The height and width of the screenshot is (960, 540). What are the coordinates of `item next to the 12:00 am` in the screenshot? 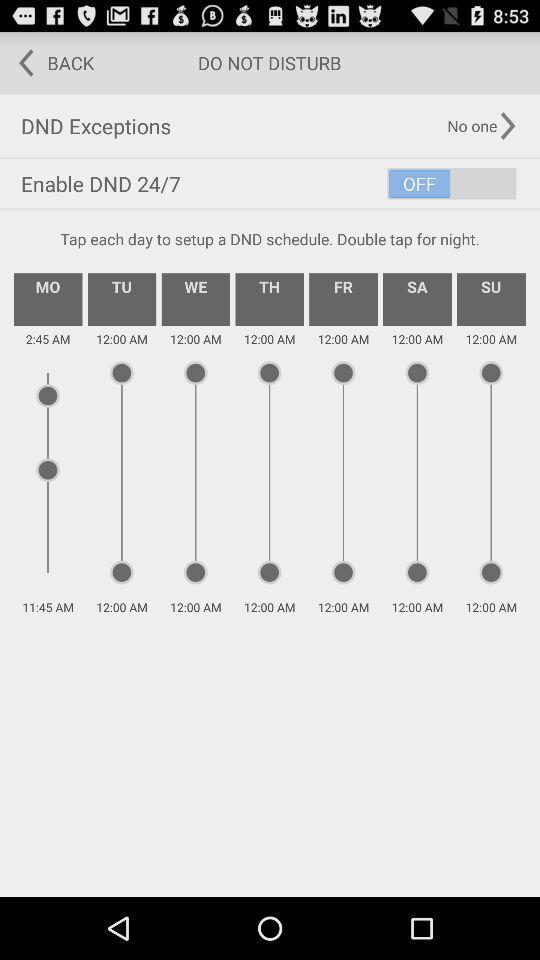 It's located at (195, 298).